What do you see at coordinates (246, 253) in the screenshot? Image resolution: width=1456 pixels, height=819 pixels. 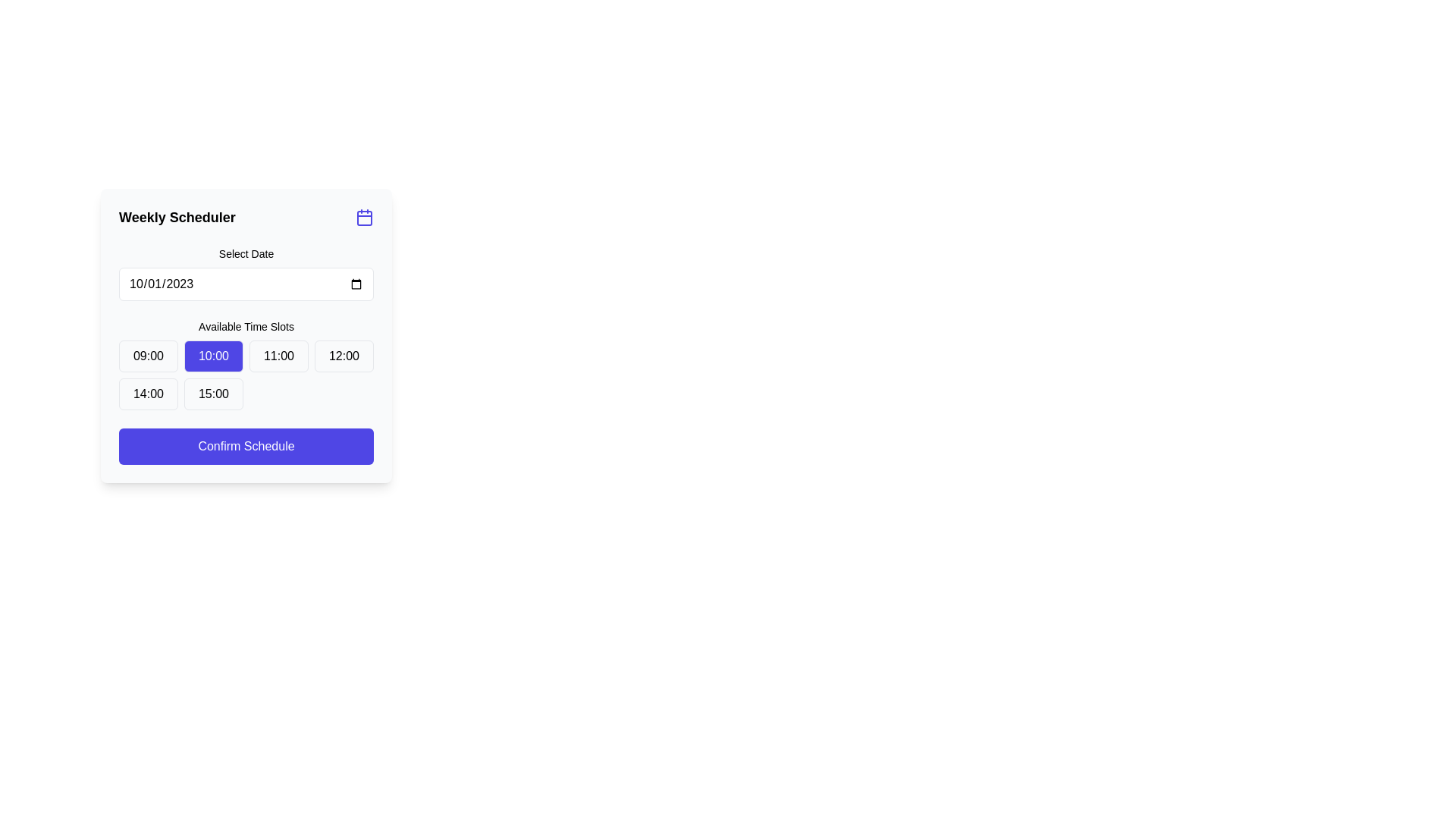 I see `the 'Select Date' label element, which is styled in a small, bold font and displayed in medium gray, located above the date input field in the scheduling interface` at bounding box center [246, 253].